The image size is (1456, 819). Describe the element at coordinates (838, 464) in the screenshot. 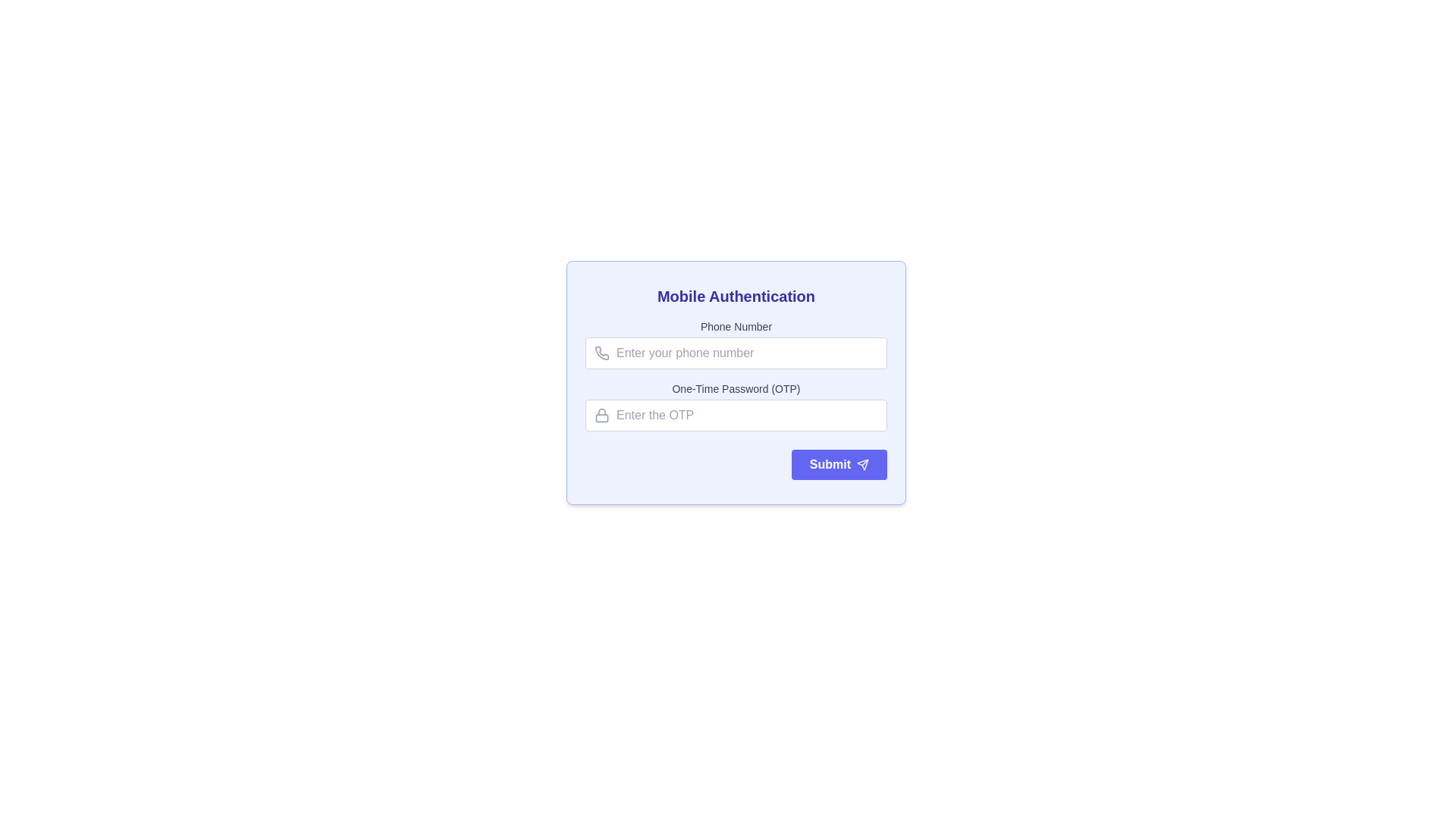

I see `the 'Submit' button located at the bottom-right corner of the mobile authentication layout` at that location.